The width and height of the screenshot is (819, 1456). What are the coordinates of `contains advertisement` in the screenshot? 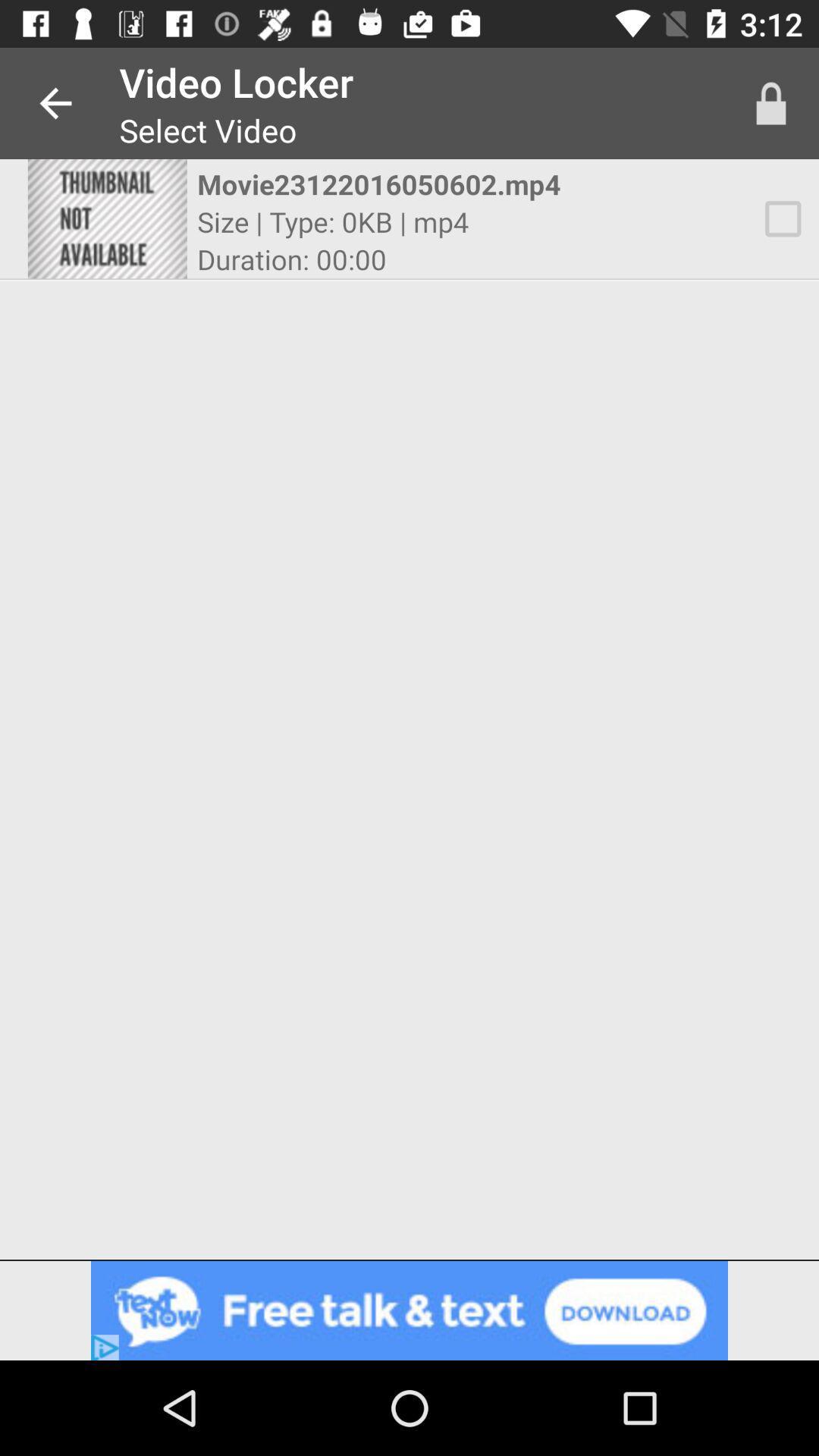 It's located at (409, 1310).